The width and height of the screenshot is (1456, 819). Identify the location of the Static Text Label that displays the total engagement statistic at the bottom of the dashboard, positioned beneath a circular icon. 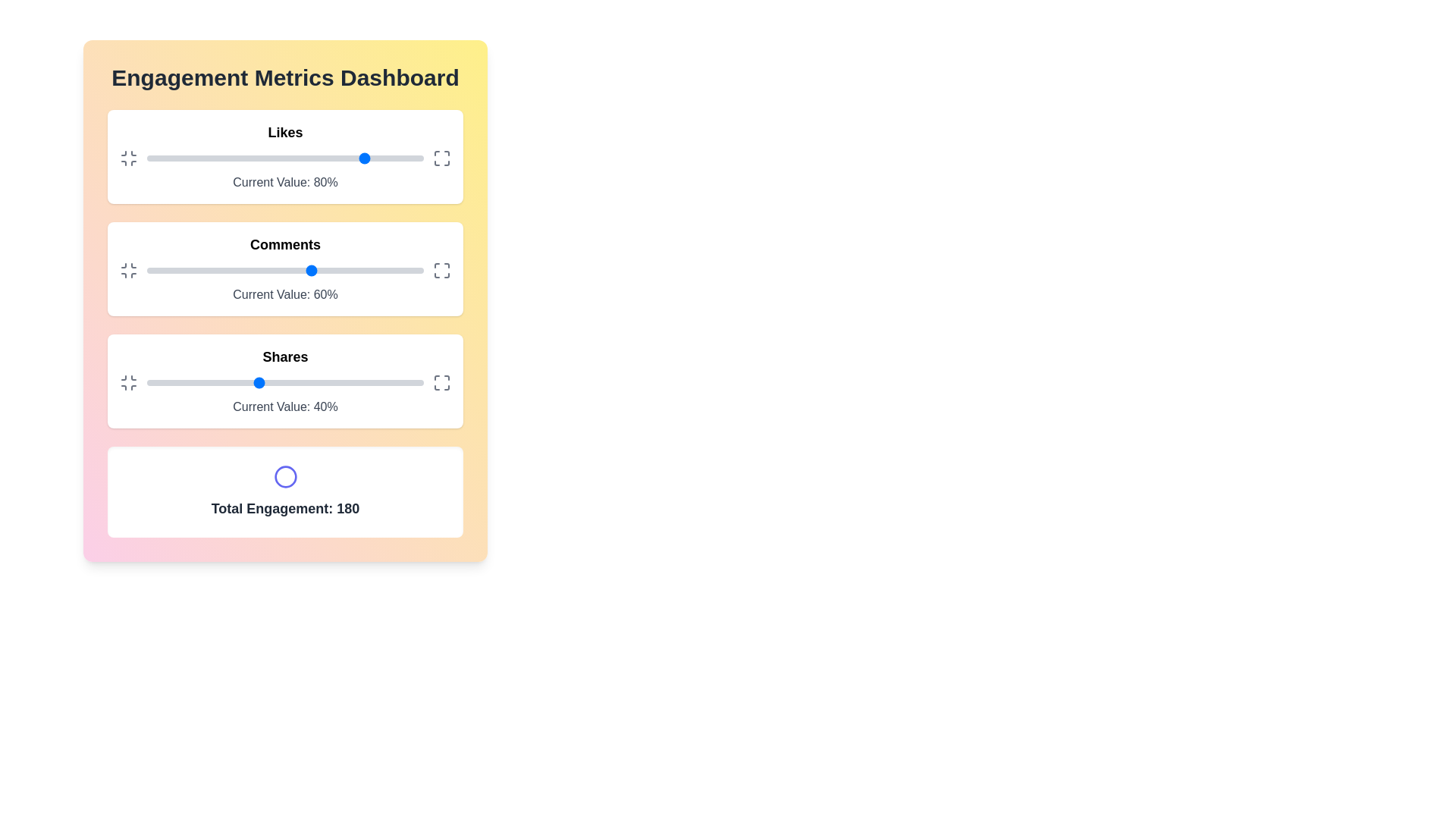
(285, 509).